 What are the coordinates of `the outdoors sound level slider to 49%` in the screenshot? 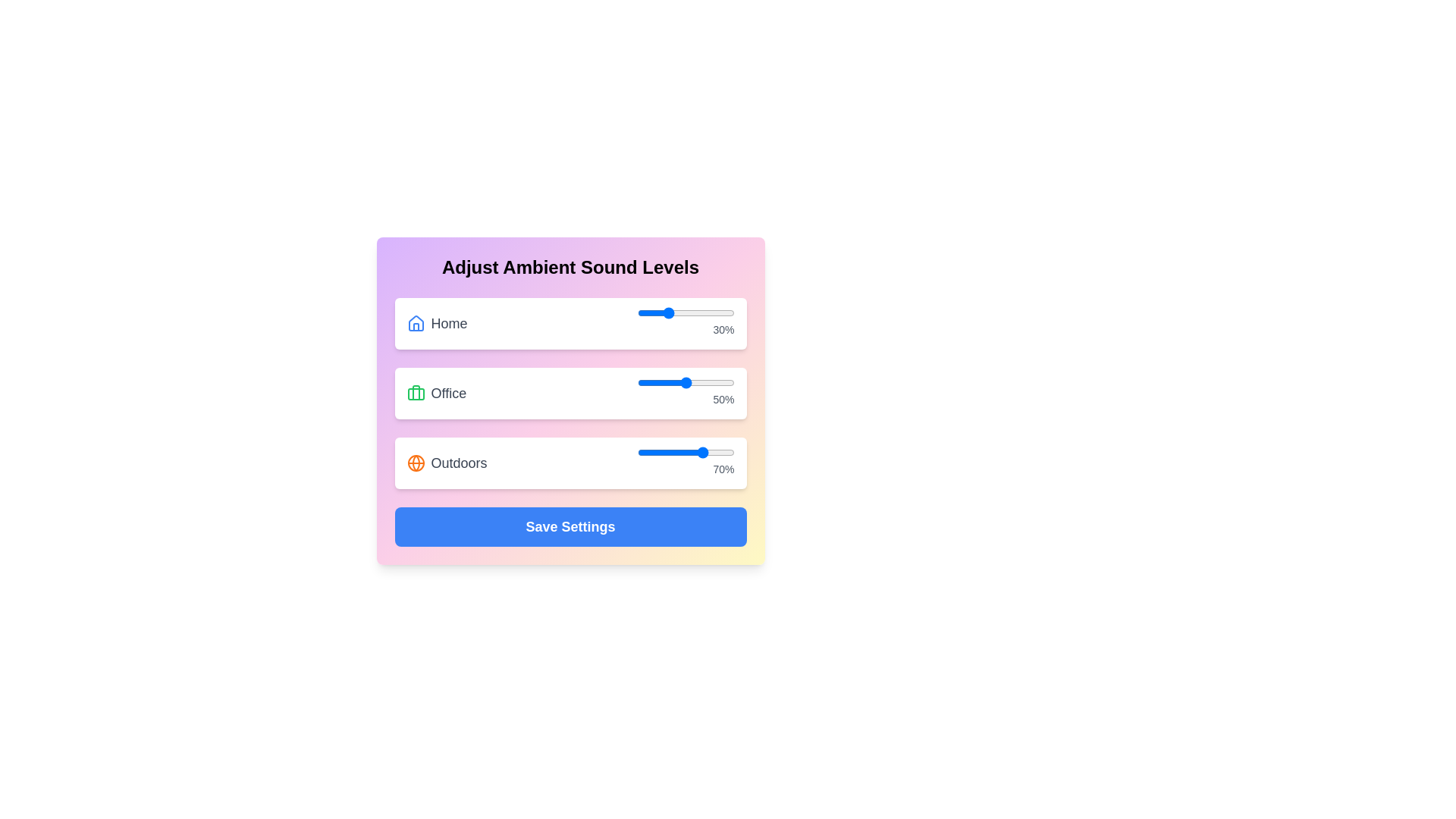 It's located at (684, 452).